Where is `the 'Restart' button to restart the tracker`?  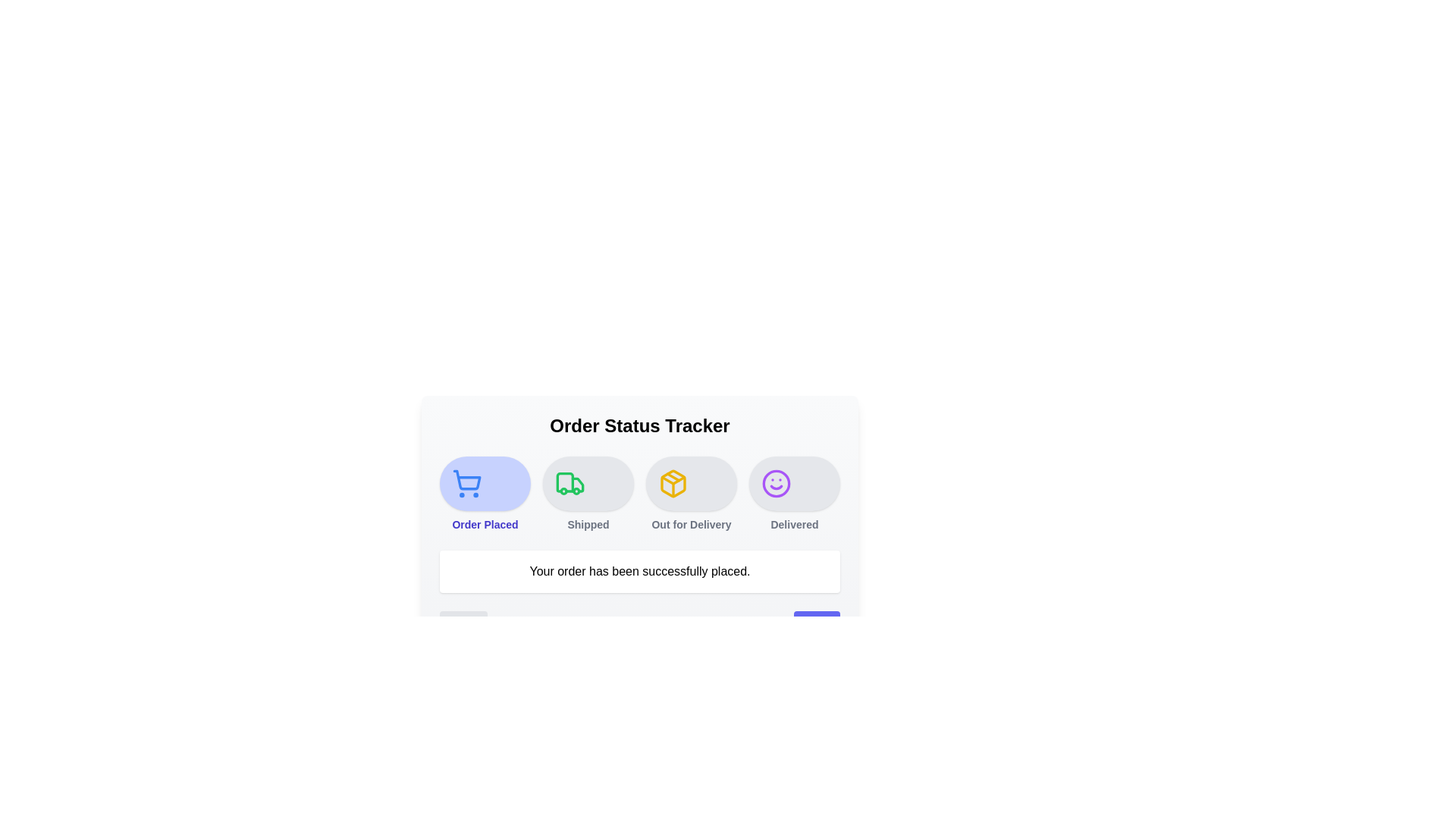 the 'Restart' button to restart the tracker is located at coordinates (815, 625).